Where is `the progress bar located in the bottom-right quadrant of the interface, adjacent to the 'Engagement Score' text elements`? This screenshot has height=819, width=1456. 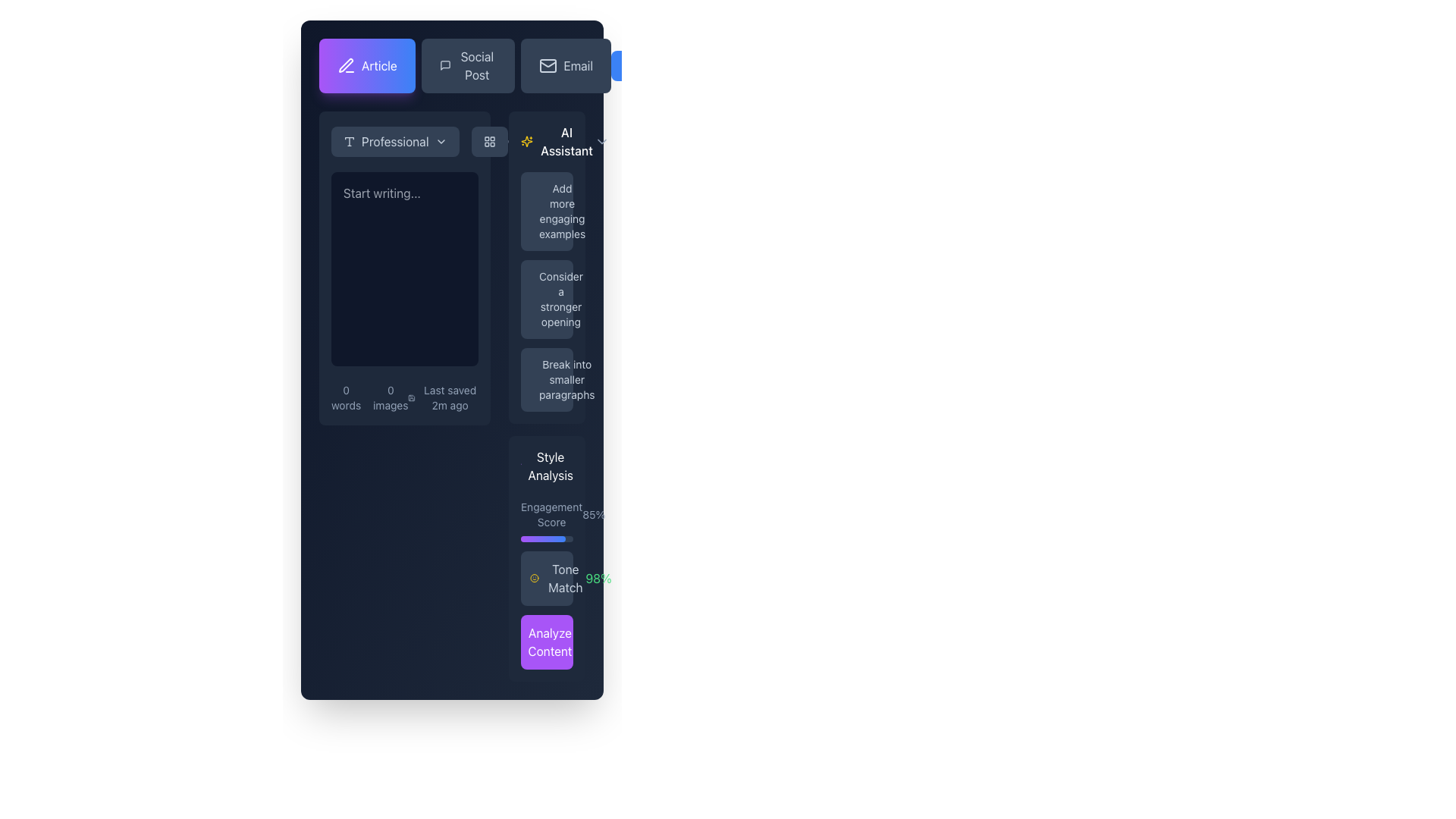 the progress bar located in the bottom-right quadrant of the interface, adjacent to the 'Engagement Score' text elements is located at coordinates (543, 538).